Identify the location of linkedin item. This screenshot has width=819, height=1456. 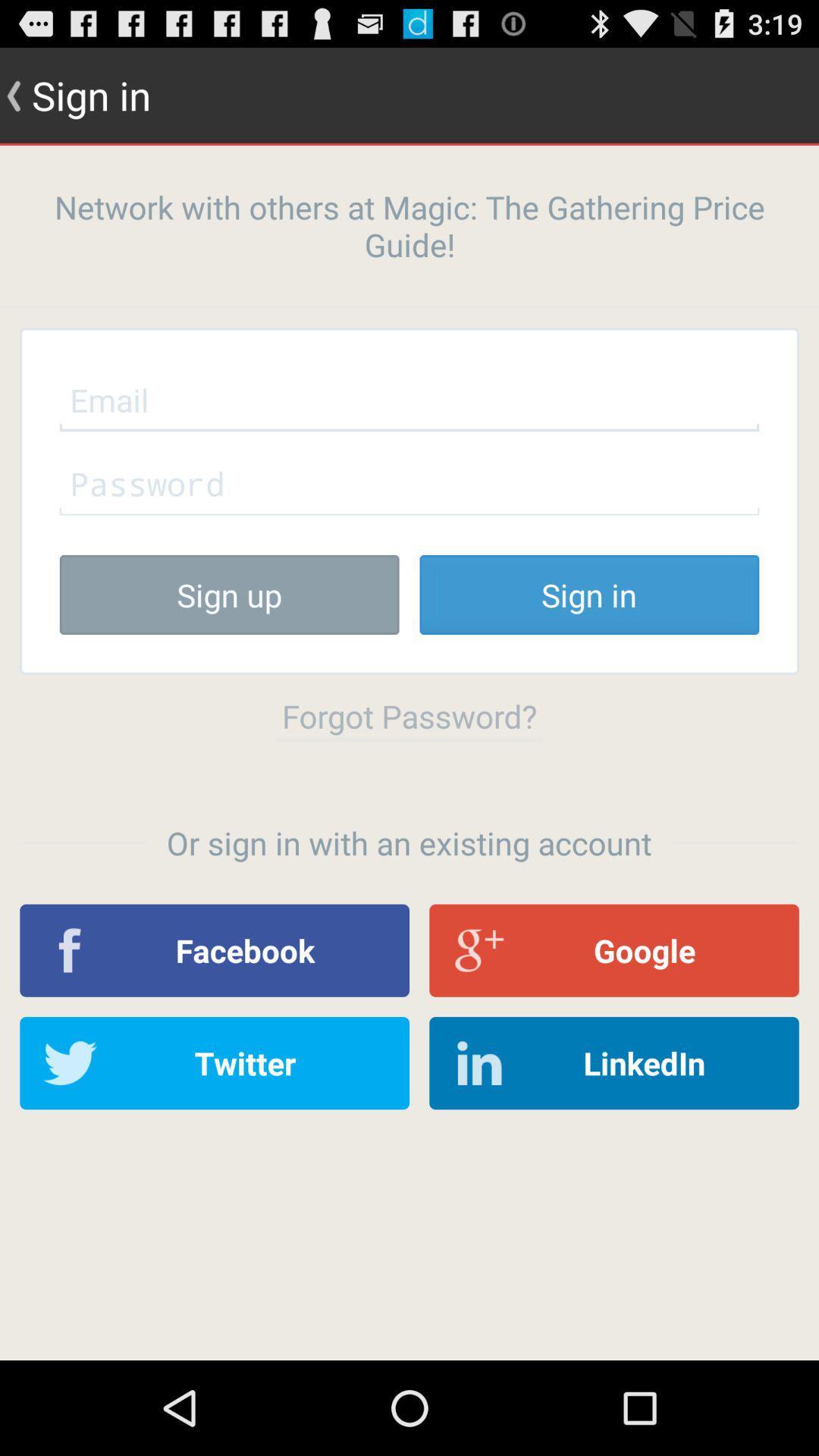
(614, 1062).